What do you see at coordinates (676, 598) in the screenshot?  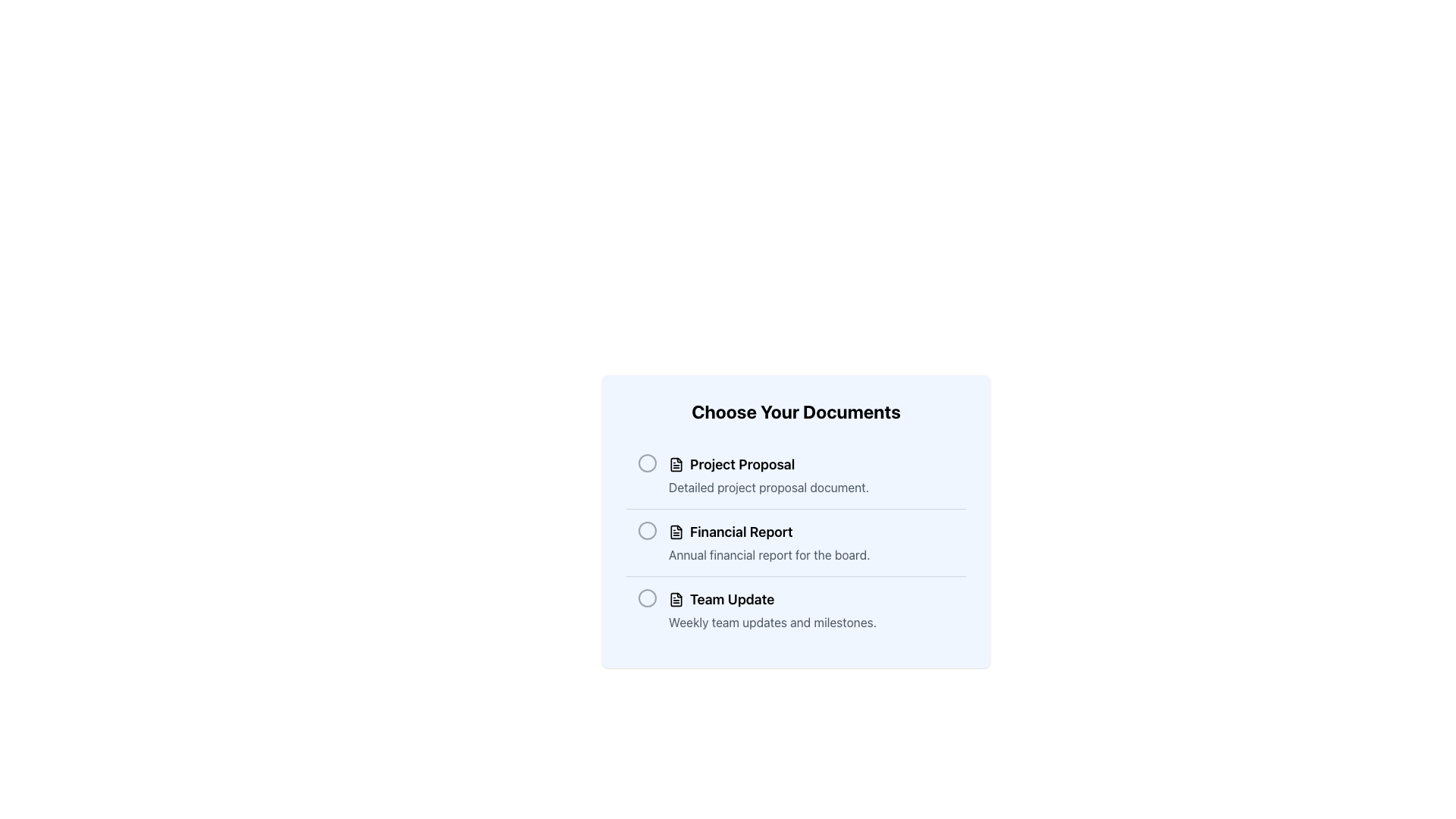 I see `the document icon for 'Team Update', which appears as a rectangular file with a folded corner at the top right, located to the left of the text 'Team Update'` at bounding box center [676, 598].